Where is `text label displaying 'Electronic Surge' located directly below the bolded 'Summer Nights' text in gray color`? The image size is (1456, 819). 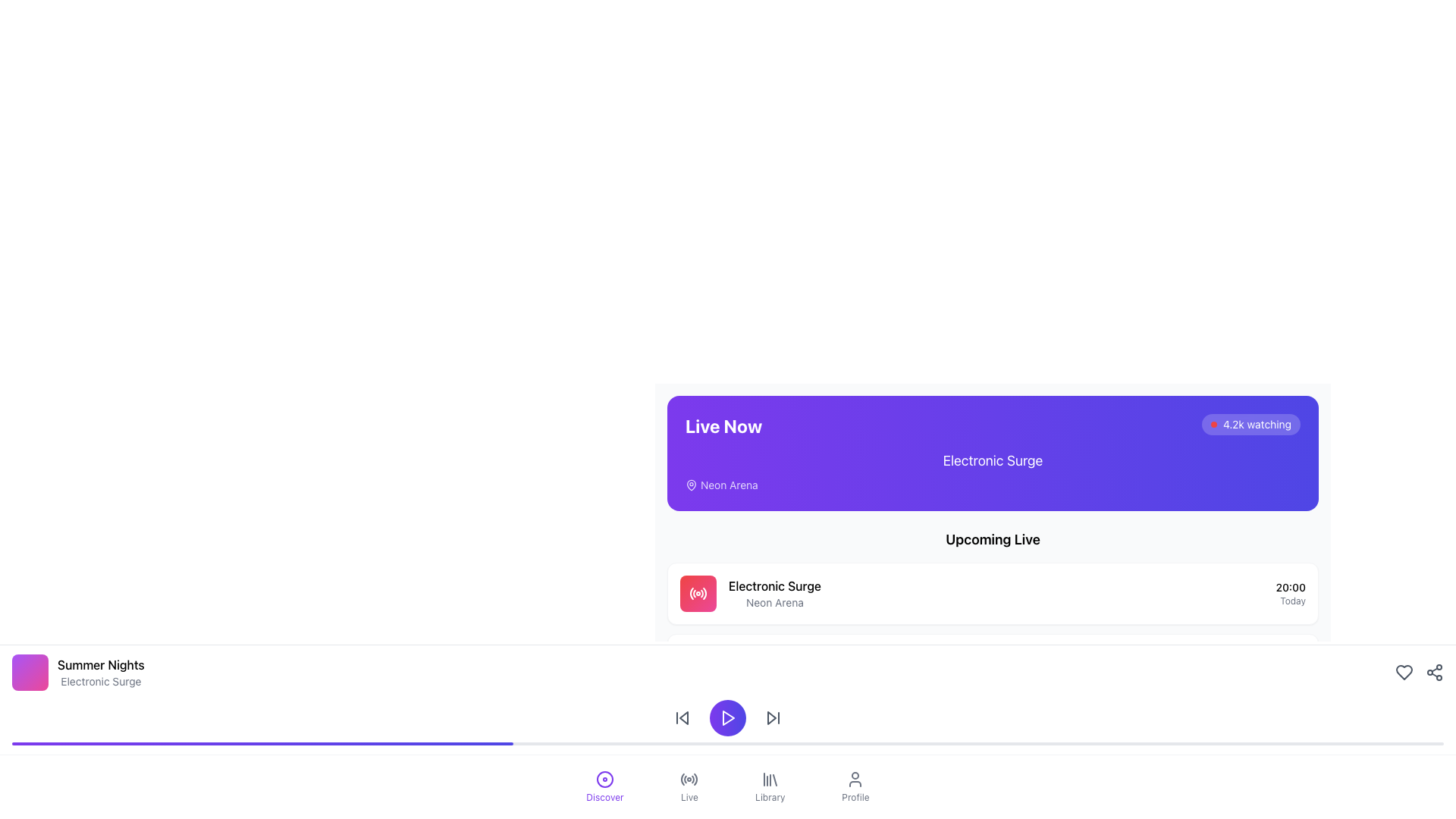 text label displaying 'Electronic Surge' located directly below the bolded 'Summer Nights' text in gray color is located at coordinates (100, 680).